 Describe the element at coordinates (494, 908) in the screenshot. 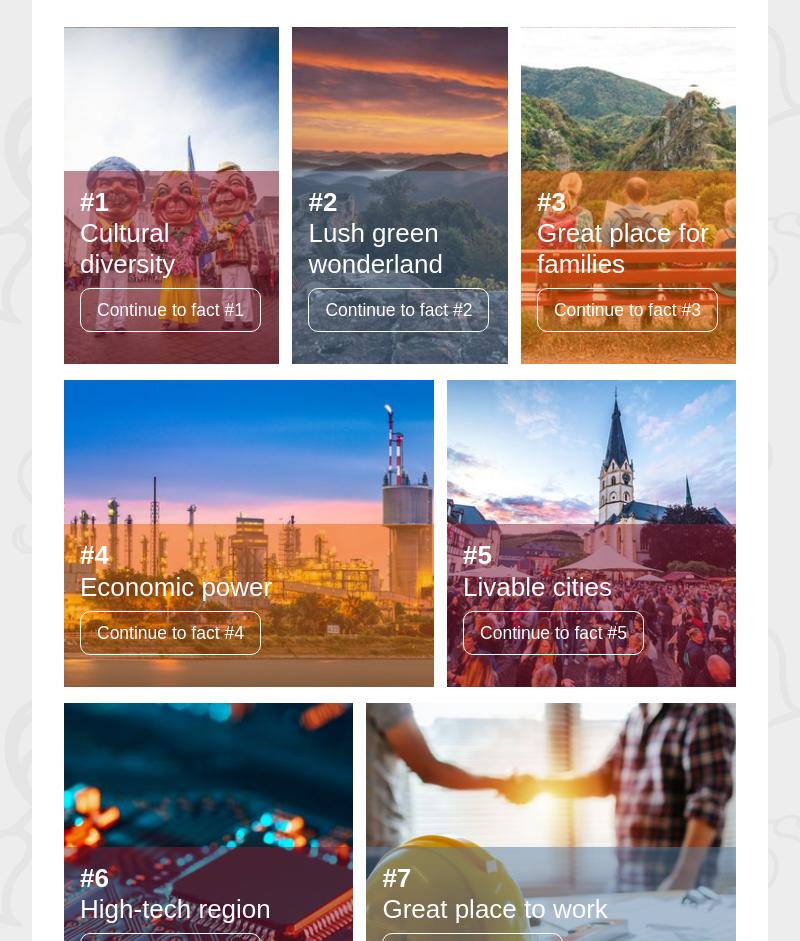

I see `'Great place to work'` at that location.